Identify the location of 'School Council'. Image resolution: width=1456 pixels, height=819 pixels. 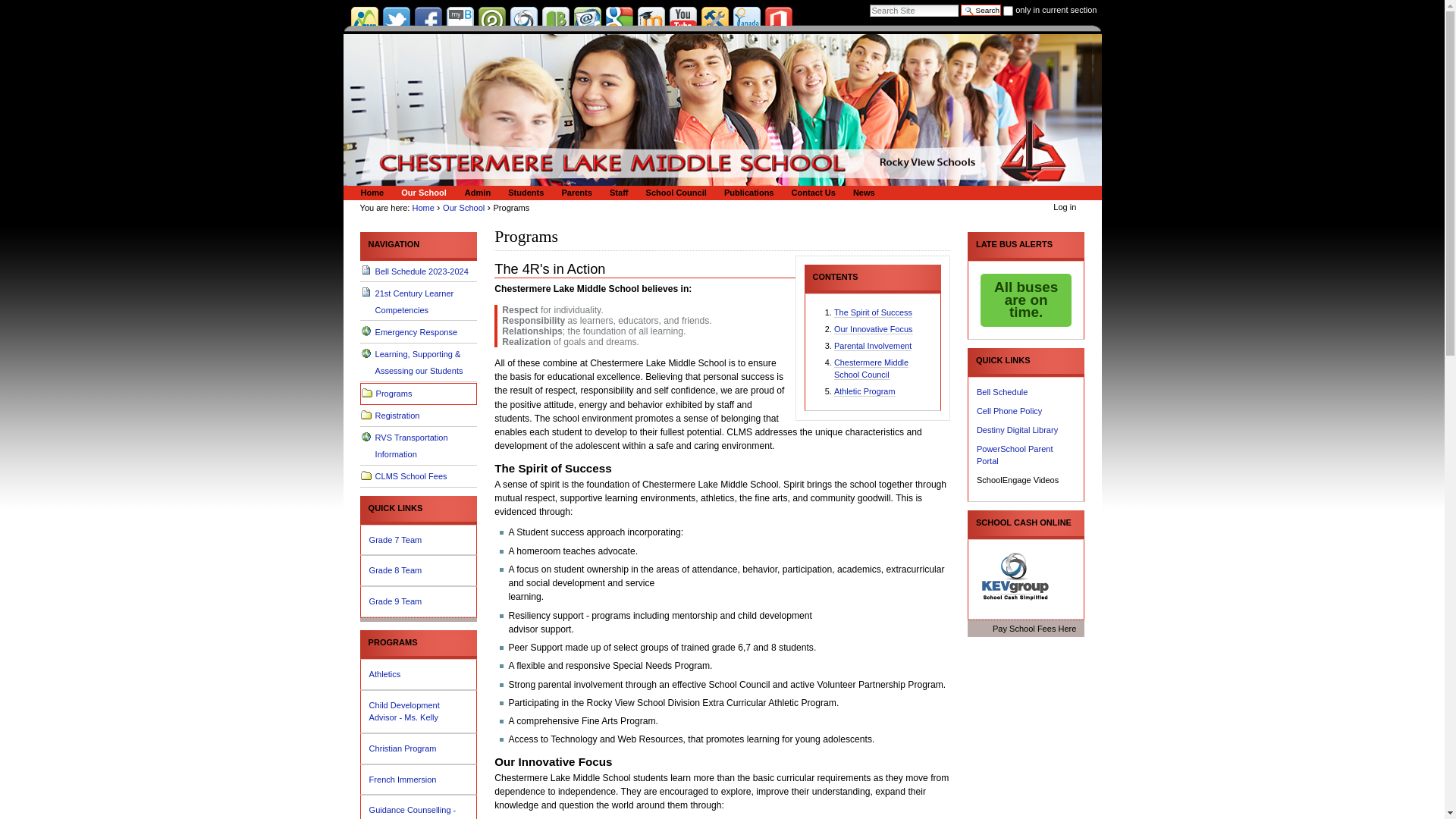
(673, 192).